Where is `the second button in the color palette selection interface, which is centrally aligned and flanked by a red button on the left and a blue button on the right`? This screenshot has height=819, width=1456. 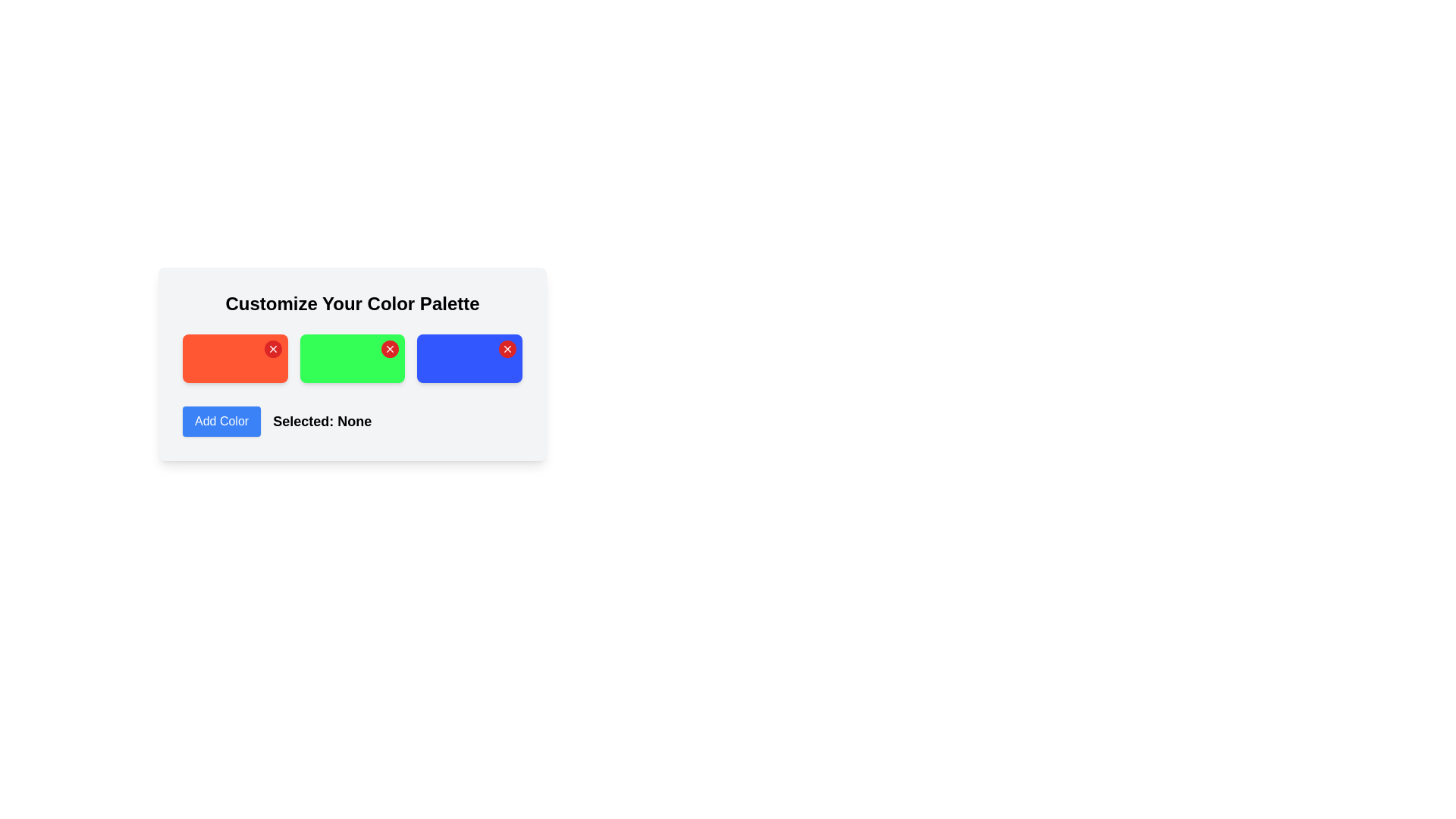
the second button in the color palette selection interface, which is centrally aligned and flanked by a red button on the left and a blue button on the right is located at coordinates (352, 361).